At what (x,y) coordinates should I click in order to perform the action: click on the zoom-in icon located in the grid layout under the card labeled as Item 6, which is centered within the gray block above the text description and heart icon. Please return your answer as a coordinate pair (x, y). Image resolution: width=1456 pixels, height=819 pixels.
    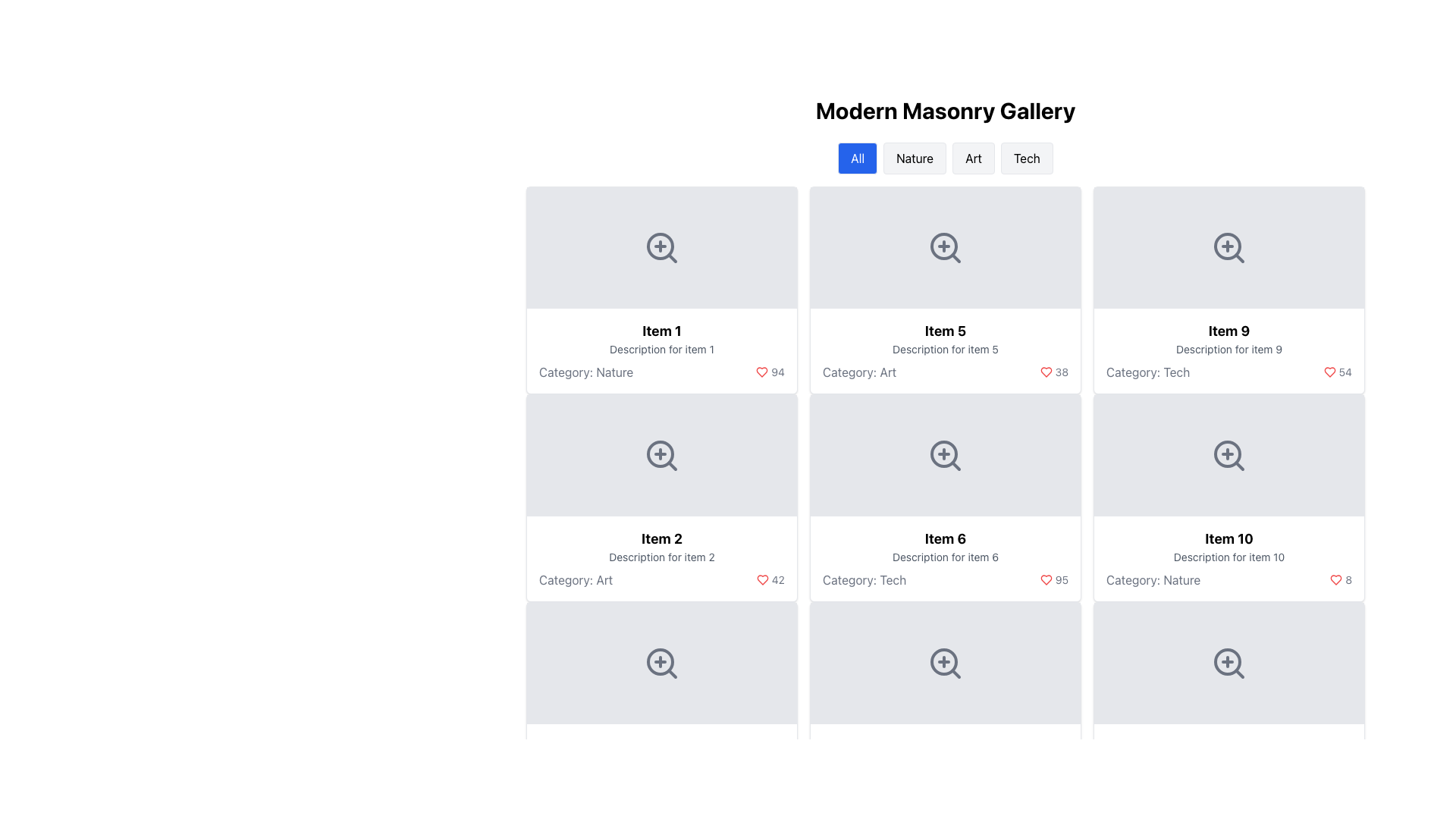
    Looking at the image, I should click on (945, 663).